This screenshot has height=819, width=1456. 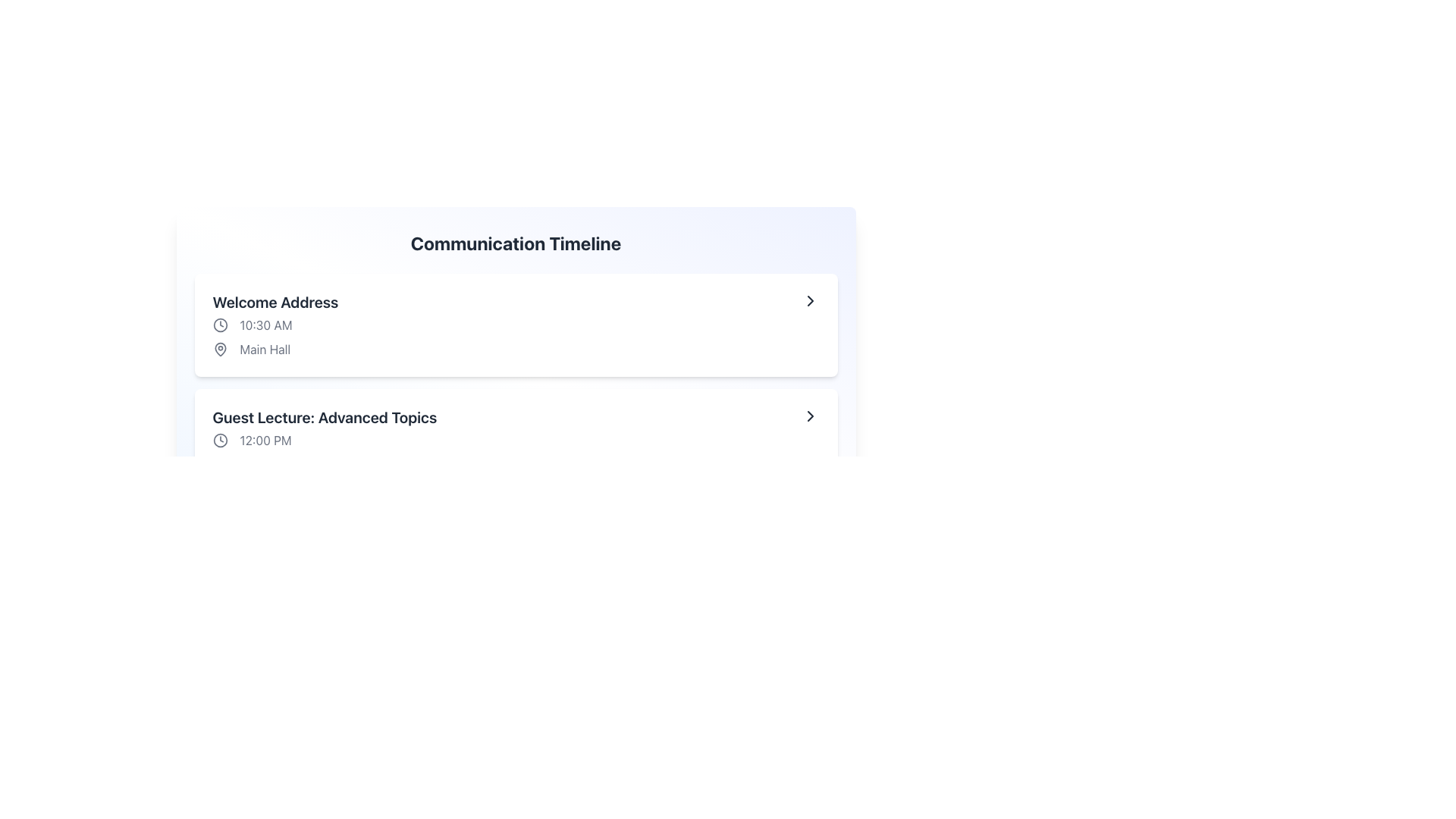 What do you see at coordinates (265, 350) in the screenshot?
I see `the Static Text Label displaying 'Main Hall', which is located in the middle-right area after a location pin icon` at bounding box center [265, 350].